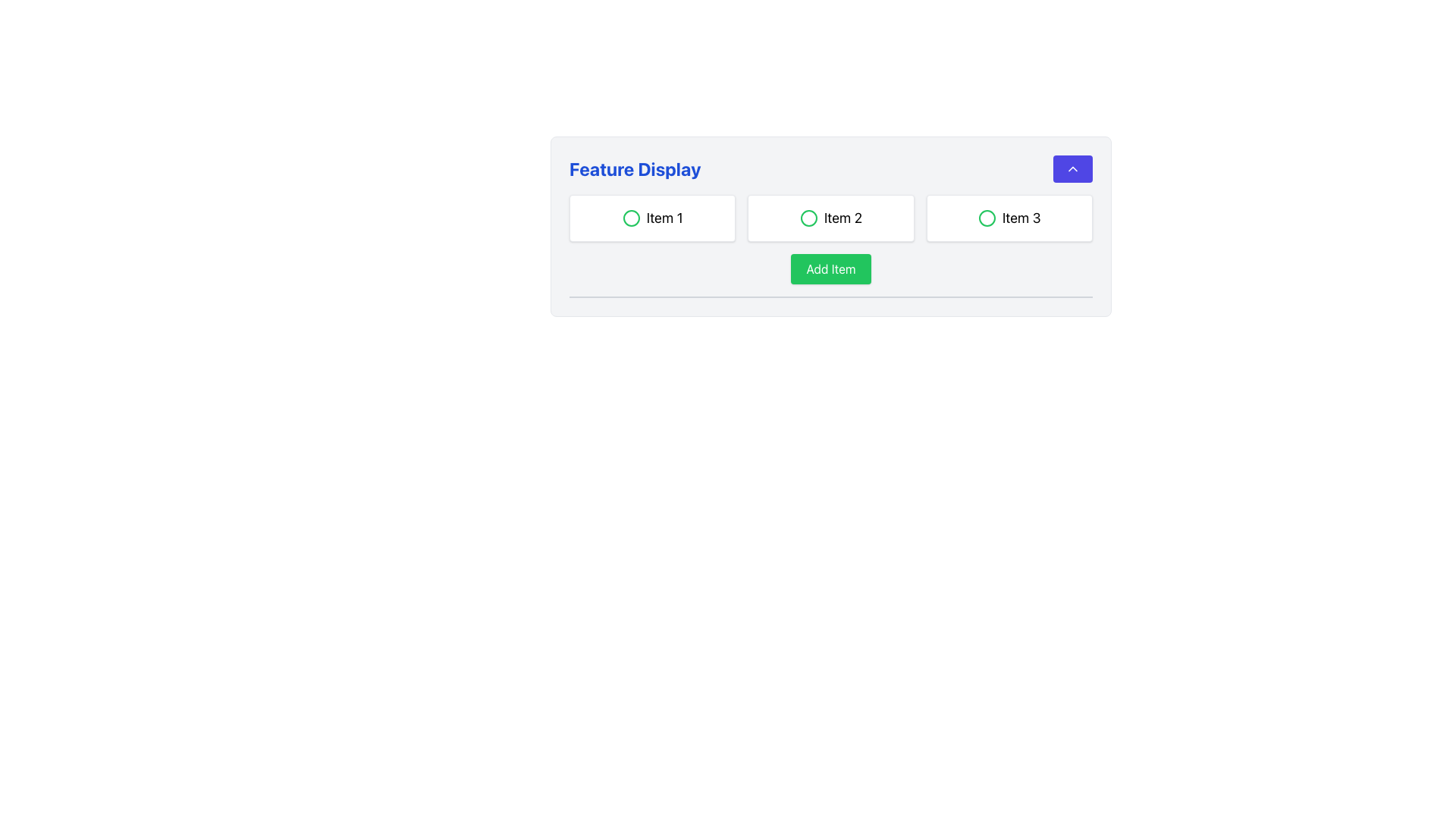 This screenshot has width=1456, height=819. I want to click on the selectable card labeled 'Item 3' with a green circled icon, which is the third card in a horizontal sequence within the 'Feature Display' layout, so click(1009, 218).